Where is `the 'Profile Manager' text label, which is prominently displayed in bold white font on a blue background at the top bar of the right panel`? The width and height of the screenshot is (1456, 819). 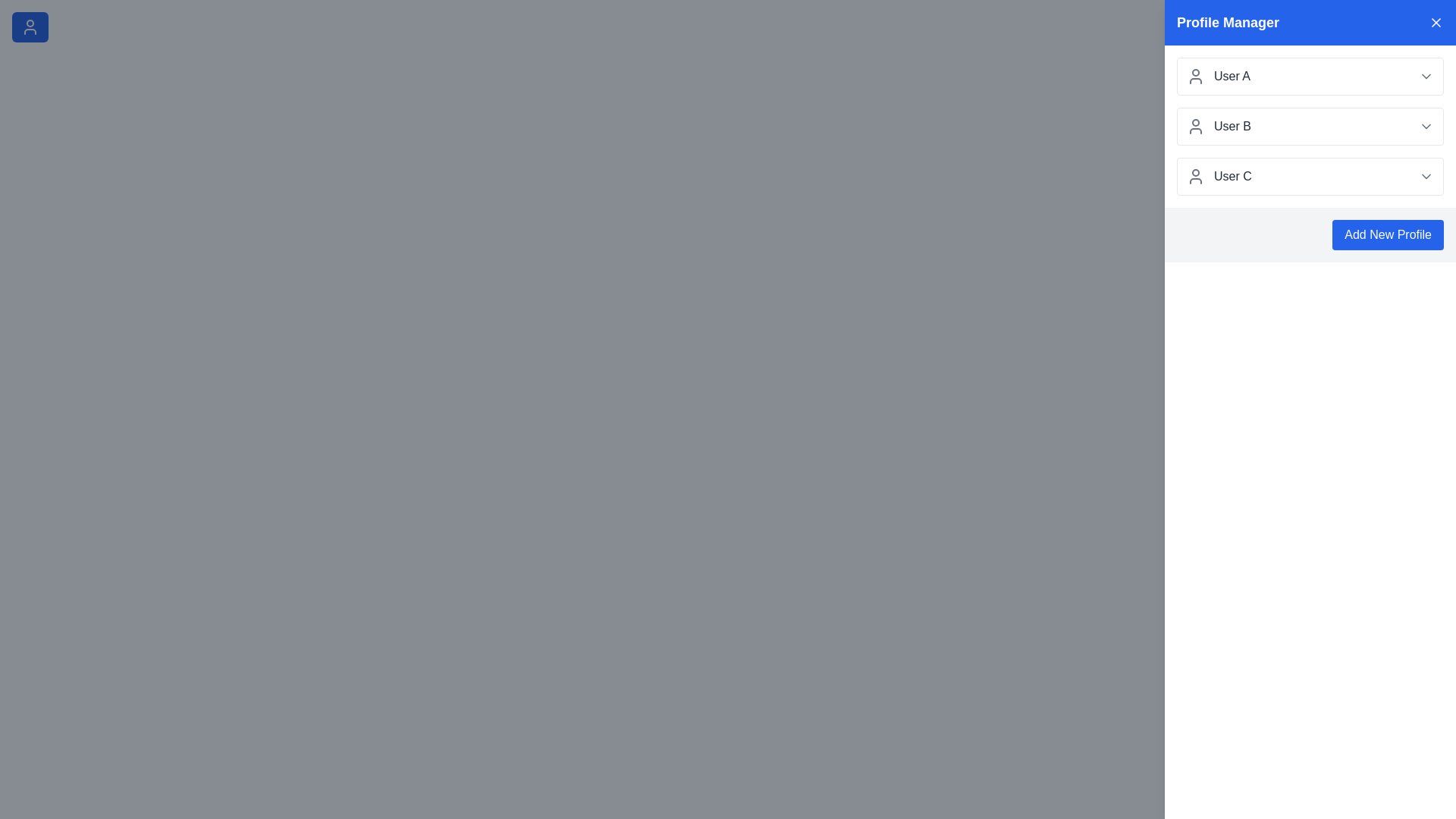 the 'Profile Manager' text label, which is prominently displayed in bold white font on a blue background at the top bar of the right panel is located at coordinates (1228, 23).